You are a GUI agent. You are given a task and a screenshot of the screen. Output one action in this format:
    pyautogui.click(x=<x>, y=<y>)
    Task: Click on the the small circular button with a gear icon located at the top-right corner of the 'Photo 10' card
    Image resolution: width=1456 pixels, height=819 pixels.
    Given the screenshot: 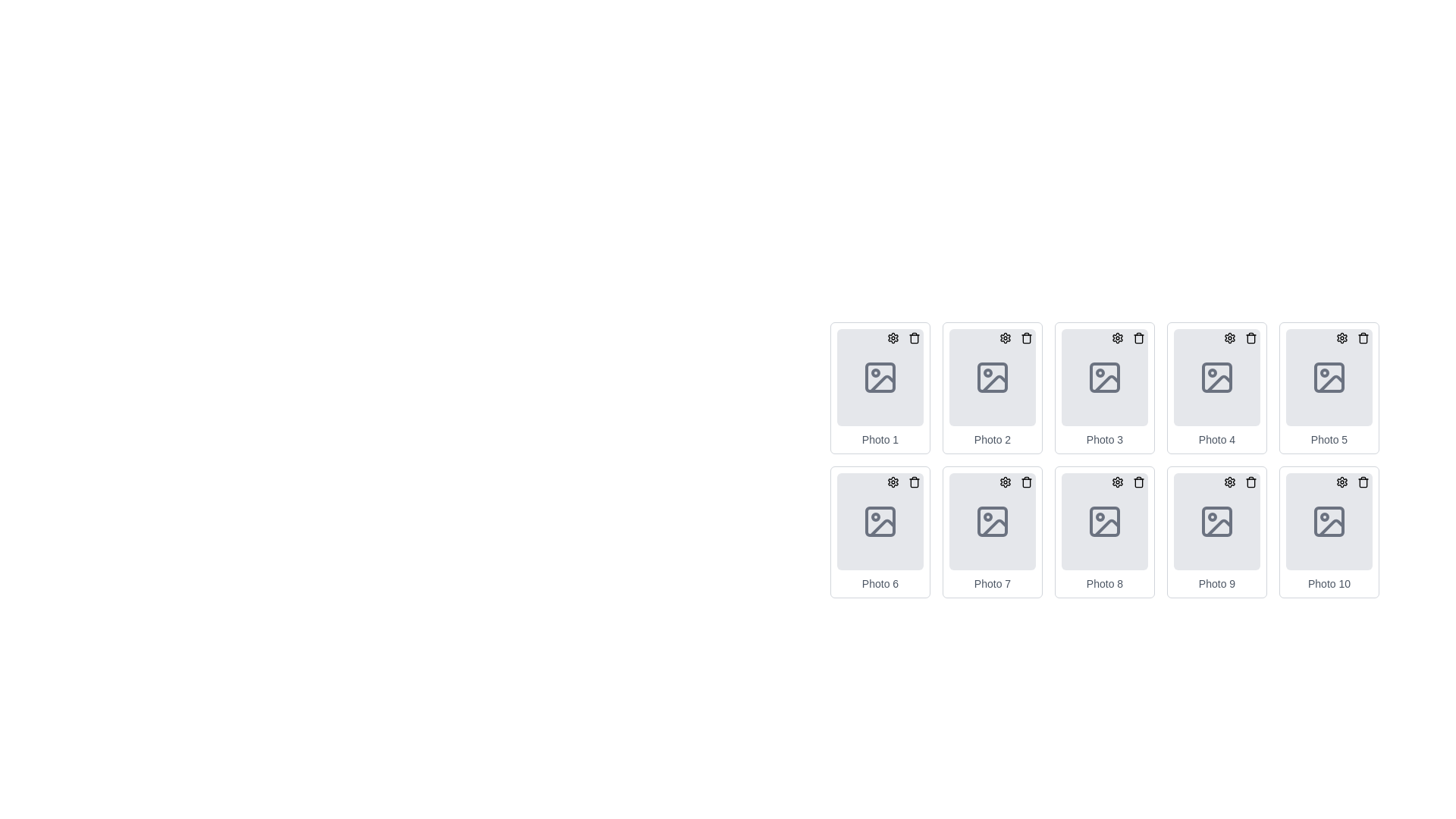 What is the action you would take?
    pyautogui.click(x=1342, y=482)
    